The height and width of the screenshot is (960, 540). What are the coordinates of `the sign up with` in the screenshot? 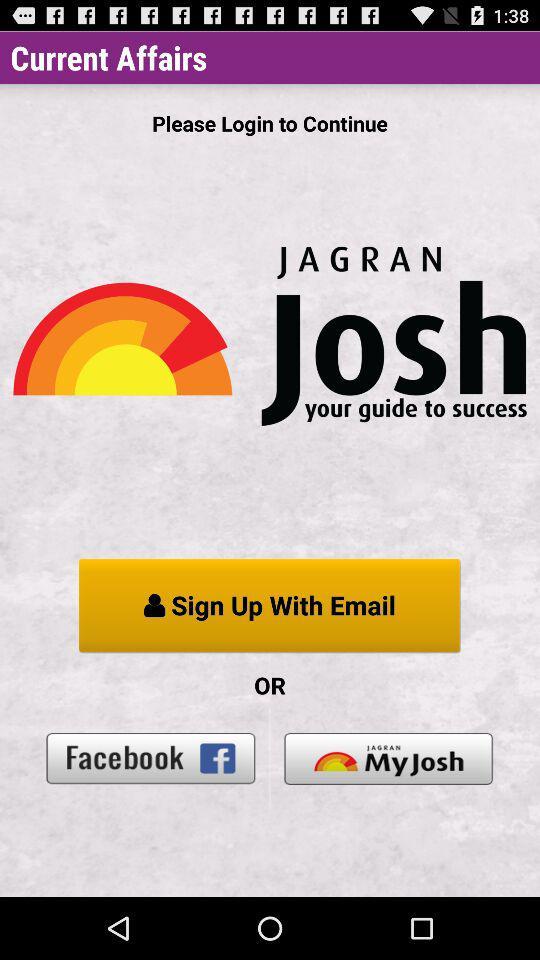 It's located at (270, 605).